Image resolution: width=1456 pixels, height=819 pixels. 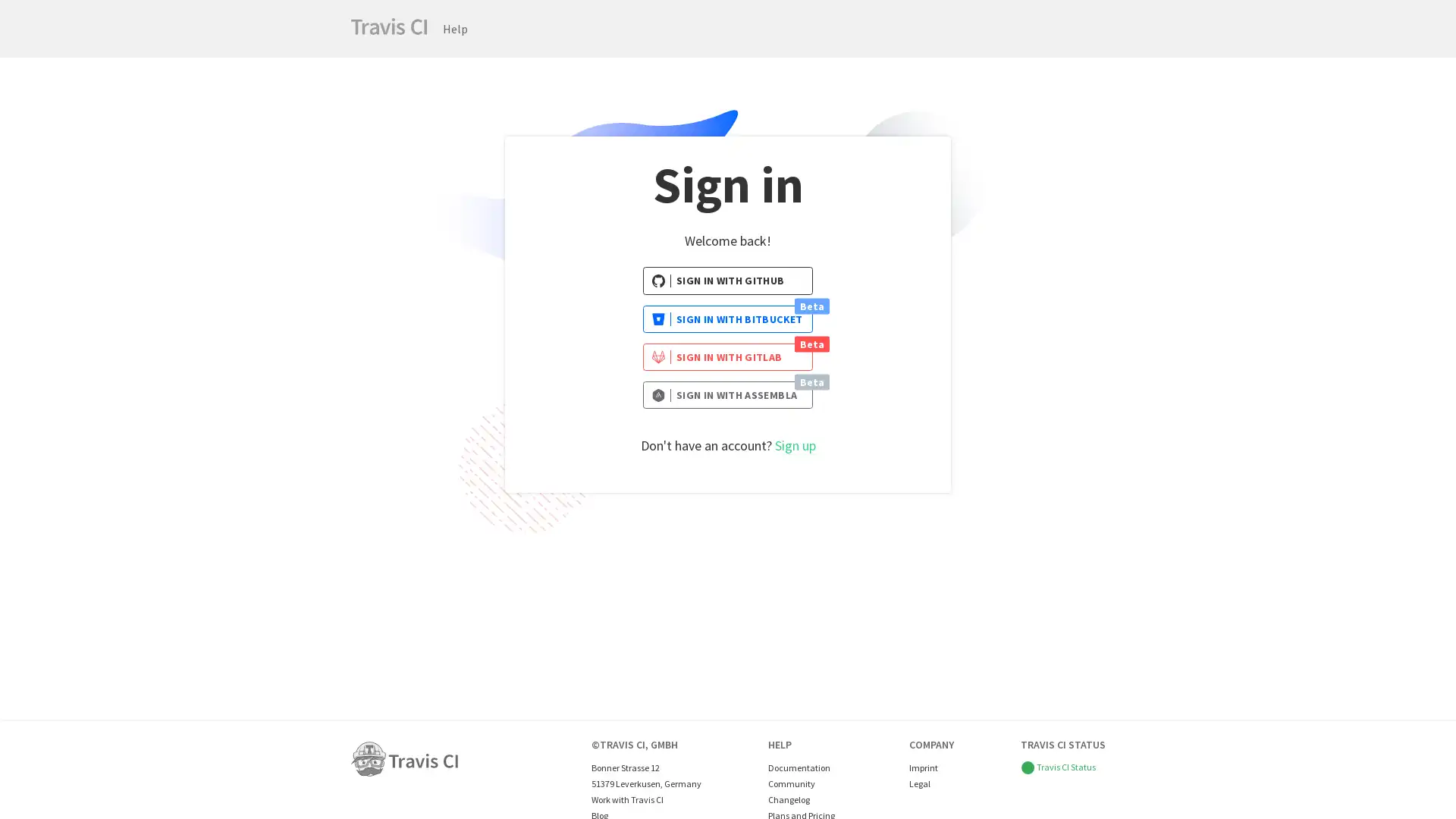 I want to click on SIGN IN WITH GITHUB, so click(x=728, y=281).